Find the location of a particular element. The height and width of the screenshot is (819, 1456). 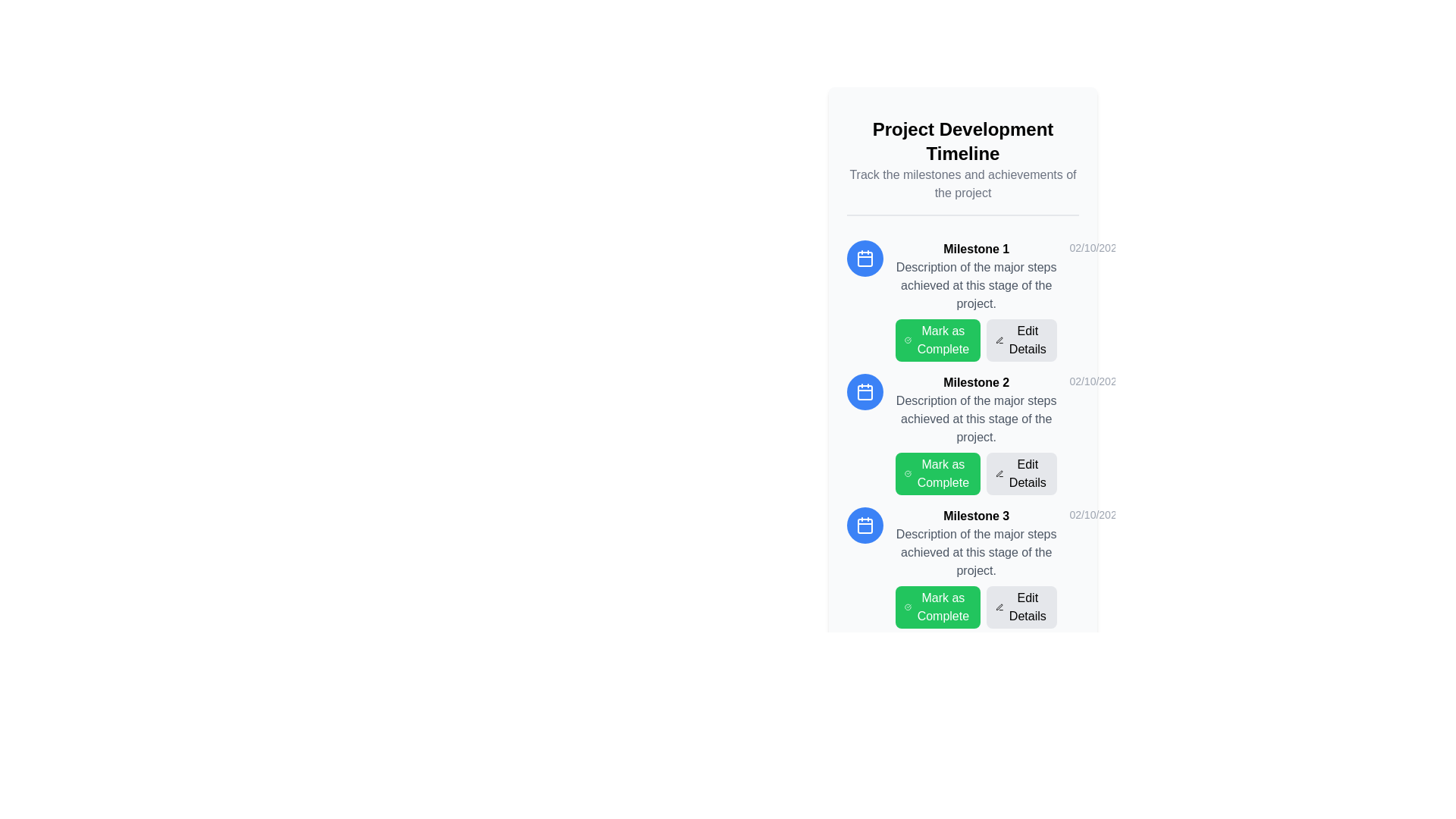

the icon indicating completion of a milestone, located inside the green 'Mark as Complete' button in the 'Milestone 3' section is located at coordinates (908, 607).